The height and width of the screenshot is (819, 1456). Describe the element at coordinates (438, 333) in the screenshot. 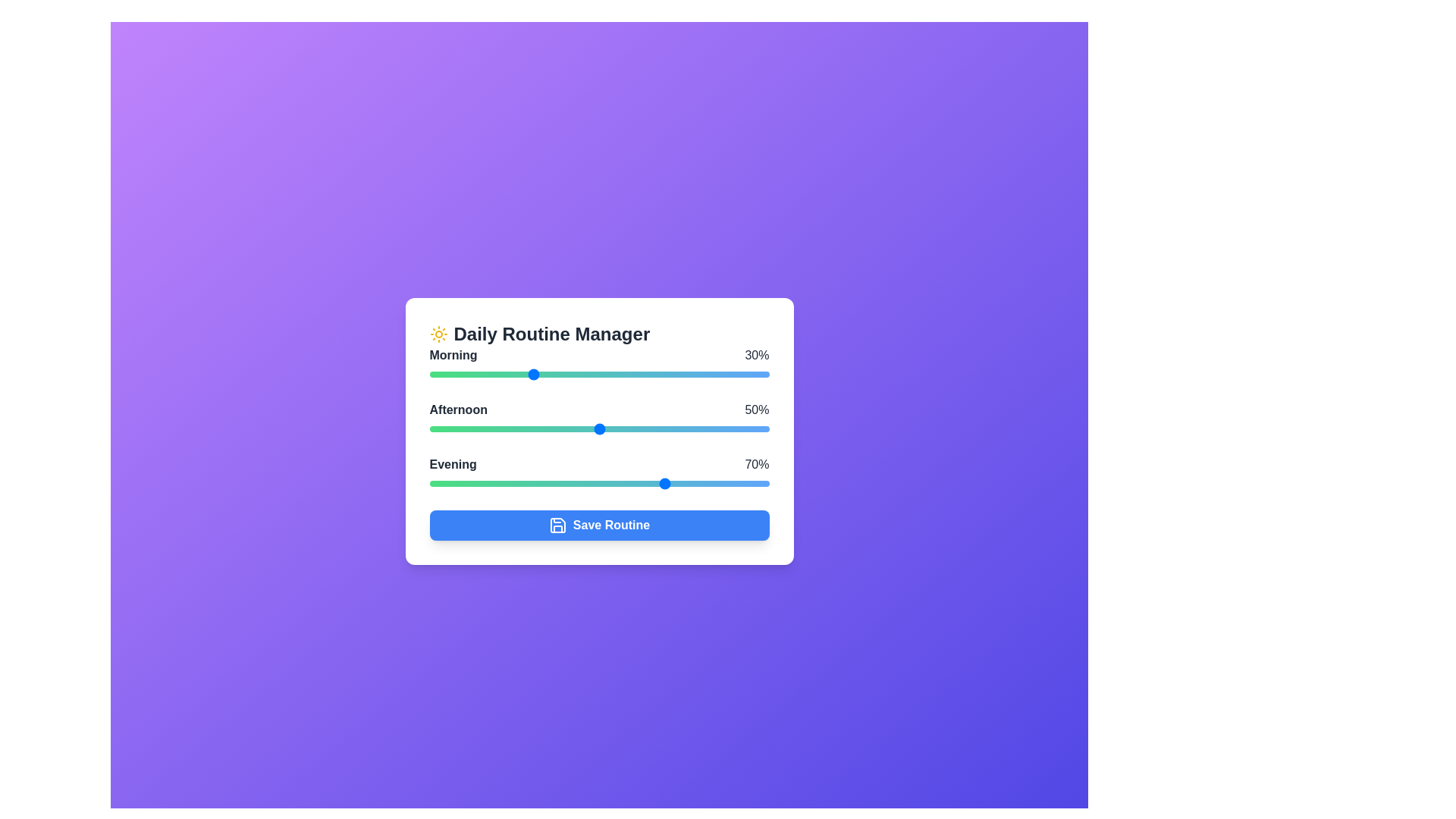

I see `the sun icon next to the title text` at that location.